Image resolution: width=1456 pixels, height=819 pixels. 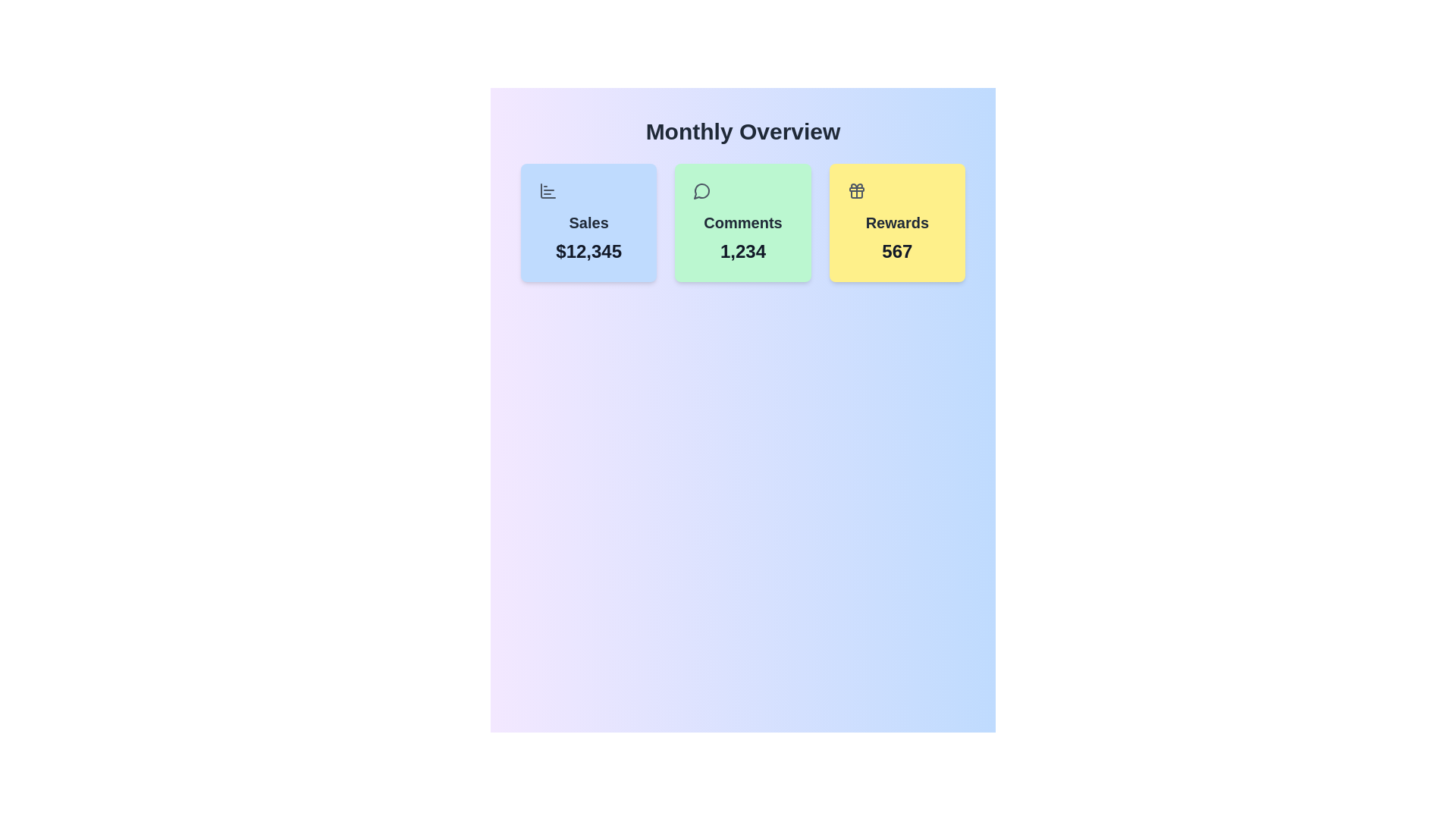 I want to click on the text element displaying the count '567' located in the yellow card labeled 'Rewards' beneath its title, so click(x=897, y=250).